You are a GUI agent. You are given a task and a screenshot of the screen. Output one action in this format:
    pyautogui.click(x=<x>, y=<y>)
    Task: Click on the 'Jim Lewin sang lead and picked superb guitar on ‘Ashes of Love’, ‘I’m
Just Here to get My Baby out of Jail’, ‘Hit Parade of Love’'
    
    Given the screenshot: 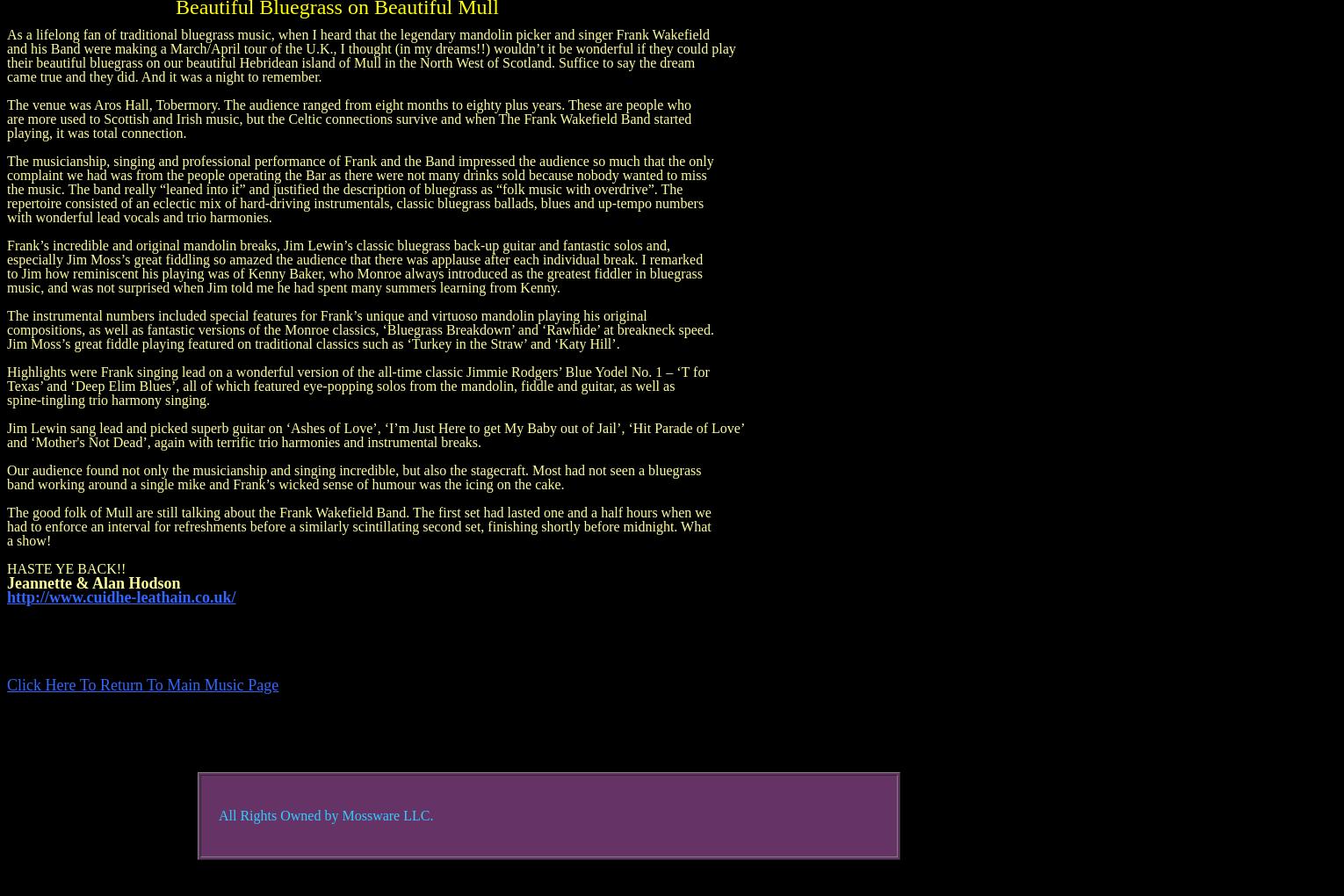 What is the action you would take?
    pyautogui.click(x=6, y=428)
    